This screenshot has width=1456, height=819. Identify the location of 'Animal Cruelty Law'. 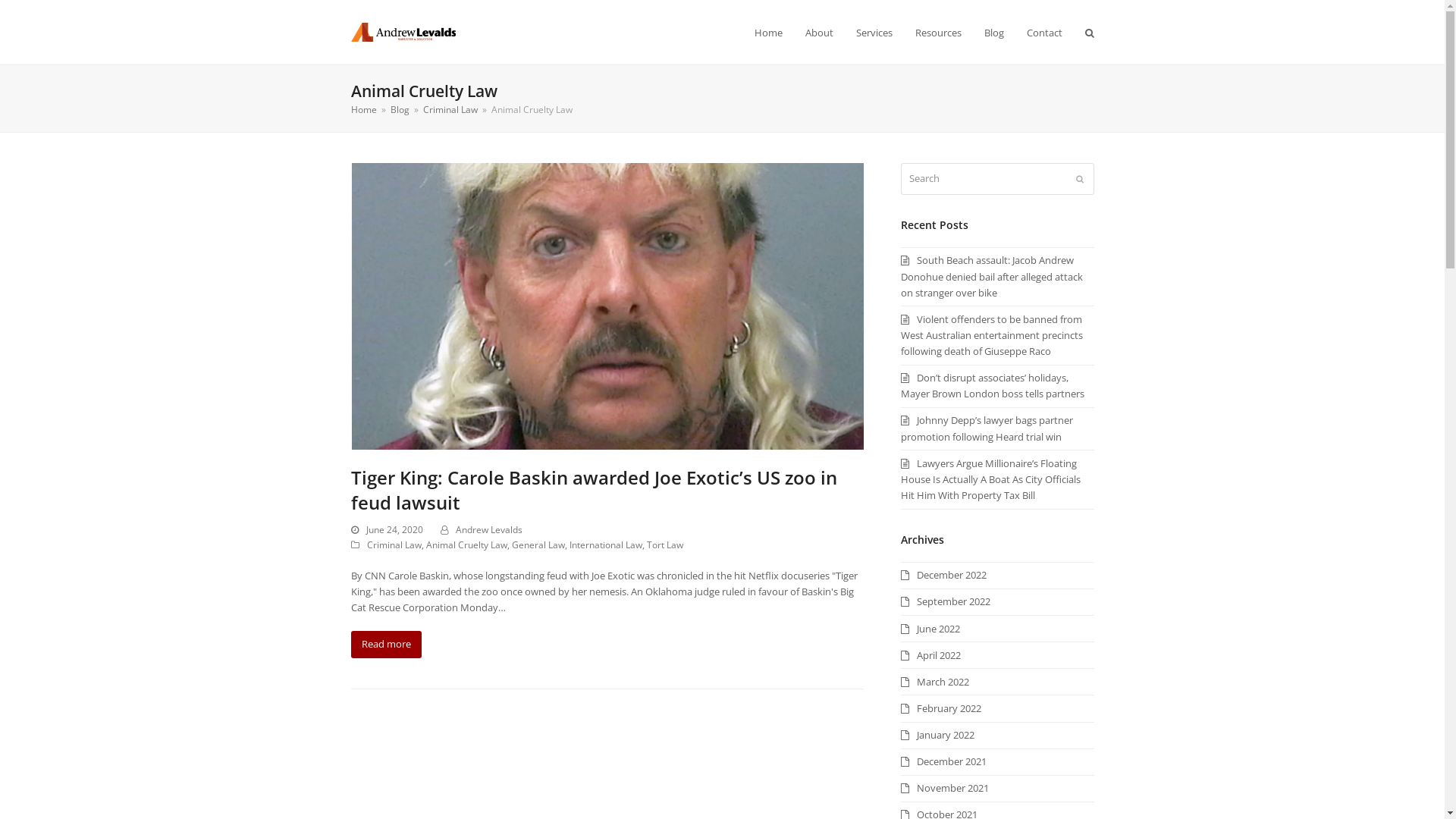
(466, 544).